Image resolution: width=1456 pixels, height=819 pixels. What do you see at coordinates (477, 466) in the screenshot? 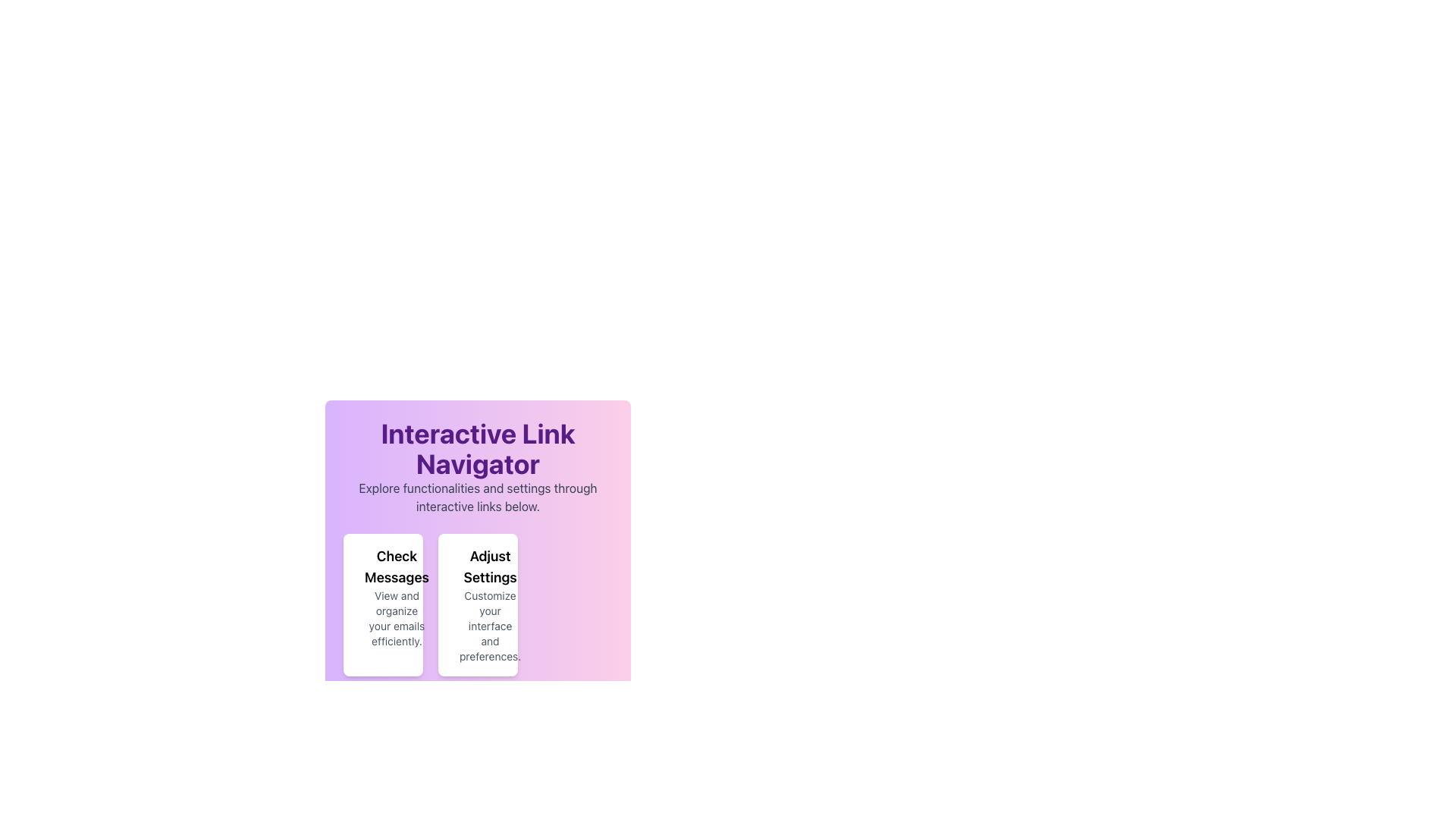
I see `the Text block (Header with subtext) that displays 'Interactive Link Navigator' and 'Explore functionalities and settings through interactive links below.'` at bounding box center [477, 466].